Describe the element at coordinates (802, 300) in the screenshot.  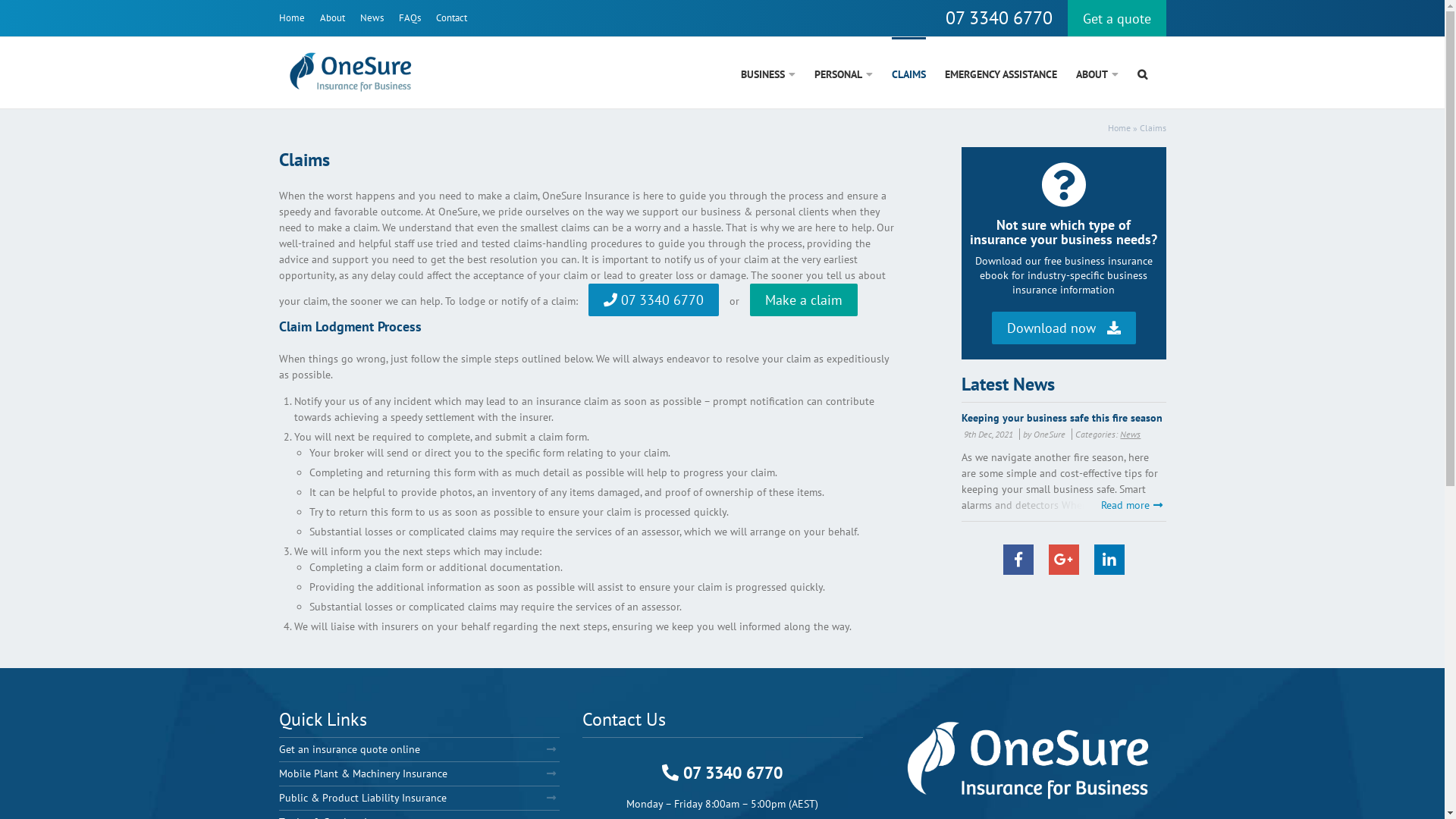
I see `'Make a claim'` at that location.